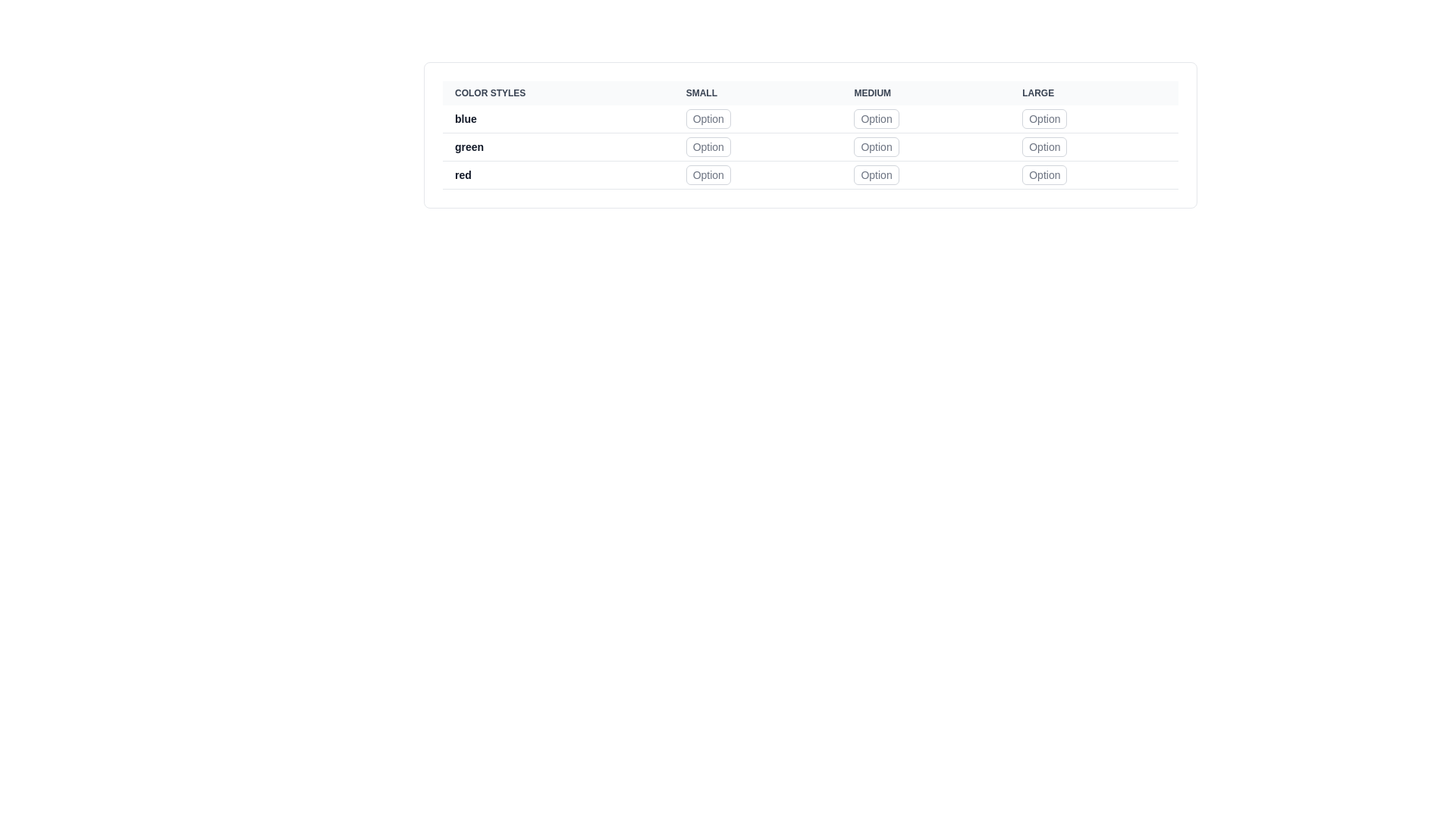 The image size is (1456, 819). What do you see at coordinates (1094, 118) in the screenshot?
I see `the rectangular light blue button labeled 'Option' located in the 'Large' column of the first row of the table, to the right of other 'Option' elements, within the section labeled 'blue'` at bounding box center [1094, 118].